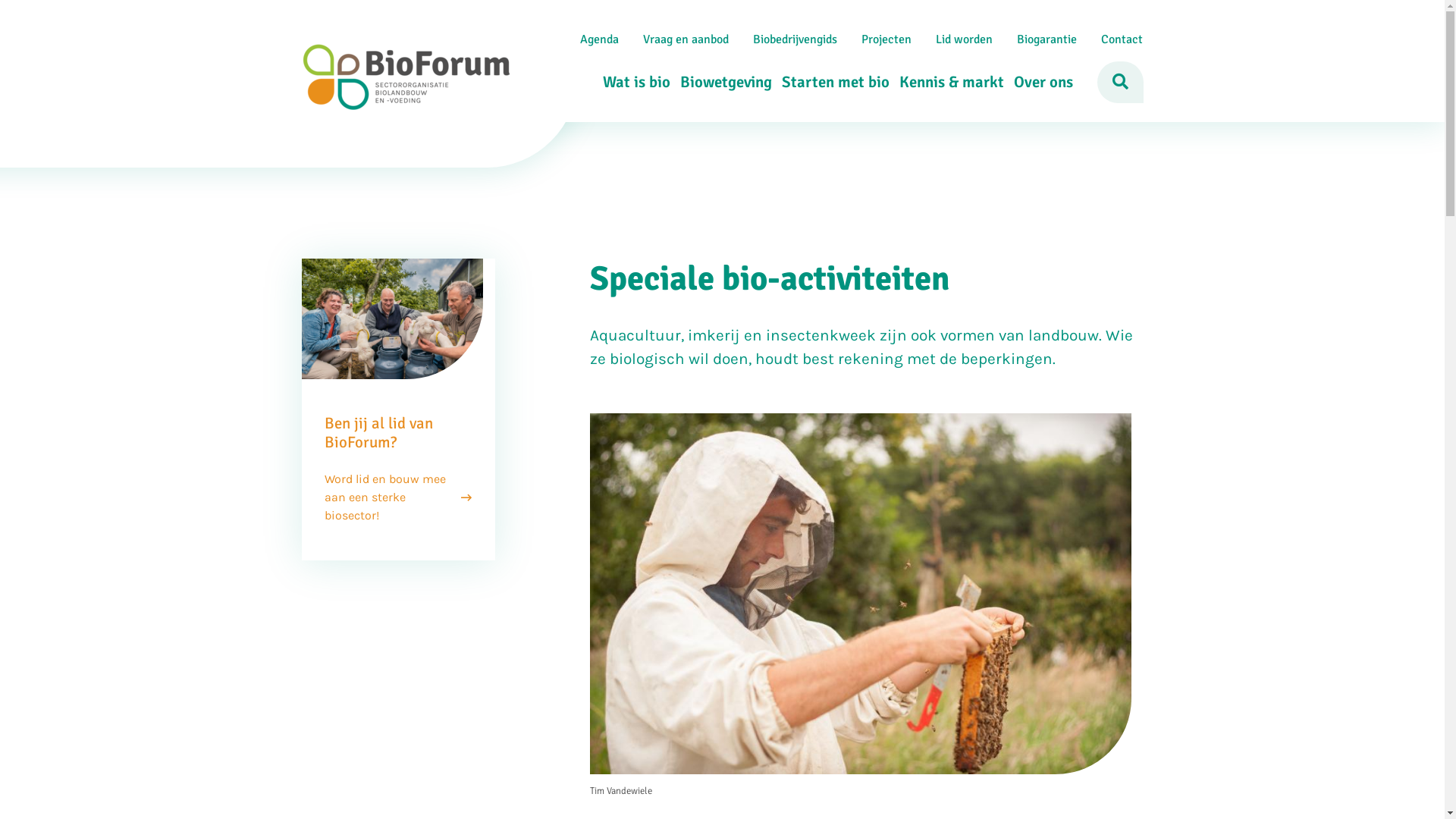 The width and height of the screenshot is (1456, 819). I want to click on 'Wat is bio', so click(592, 82).